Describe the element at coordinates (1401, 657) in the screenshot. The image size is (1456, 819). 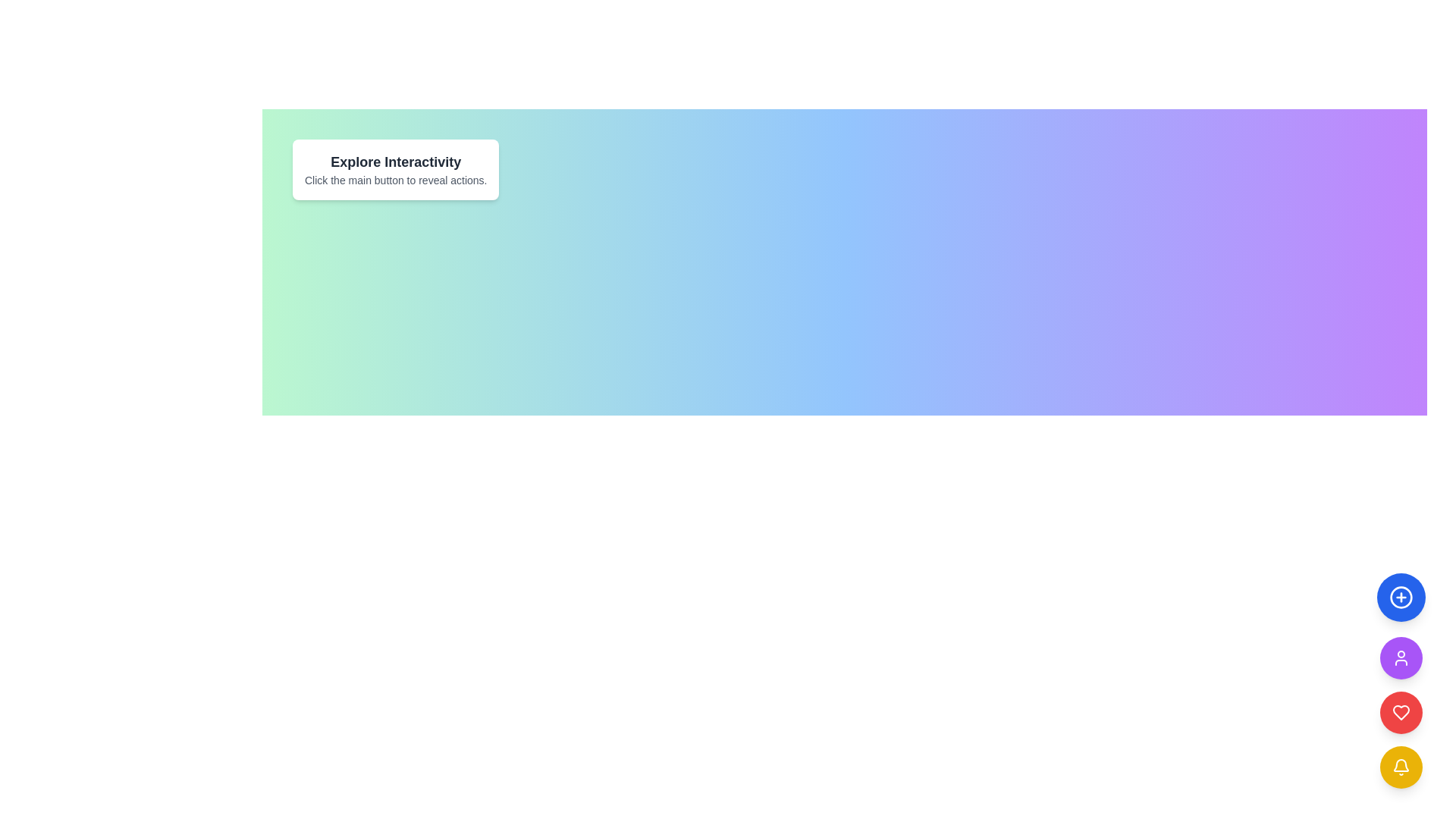
I see `the second circular purple button in the vertical stack` at that location.